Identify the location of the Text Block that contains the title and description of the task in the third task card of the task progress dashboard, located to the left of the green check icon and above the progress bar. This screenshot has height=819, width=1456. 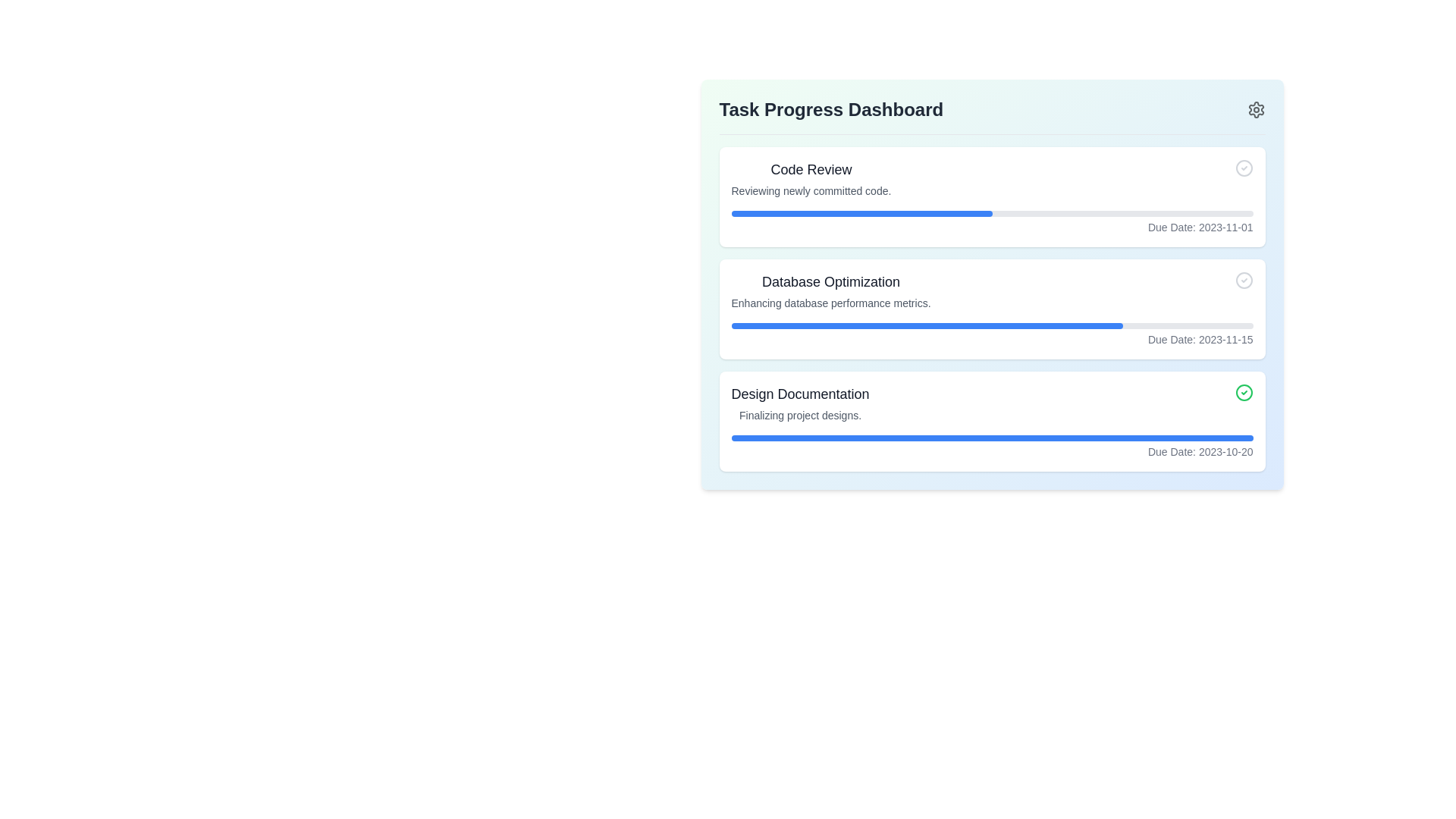
(799, 403).